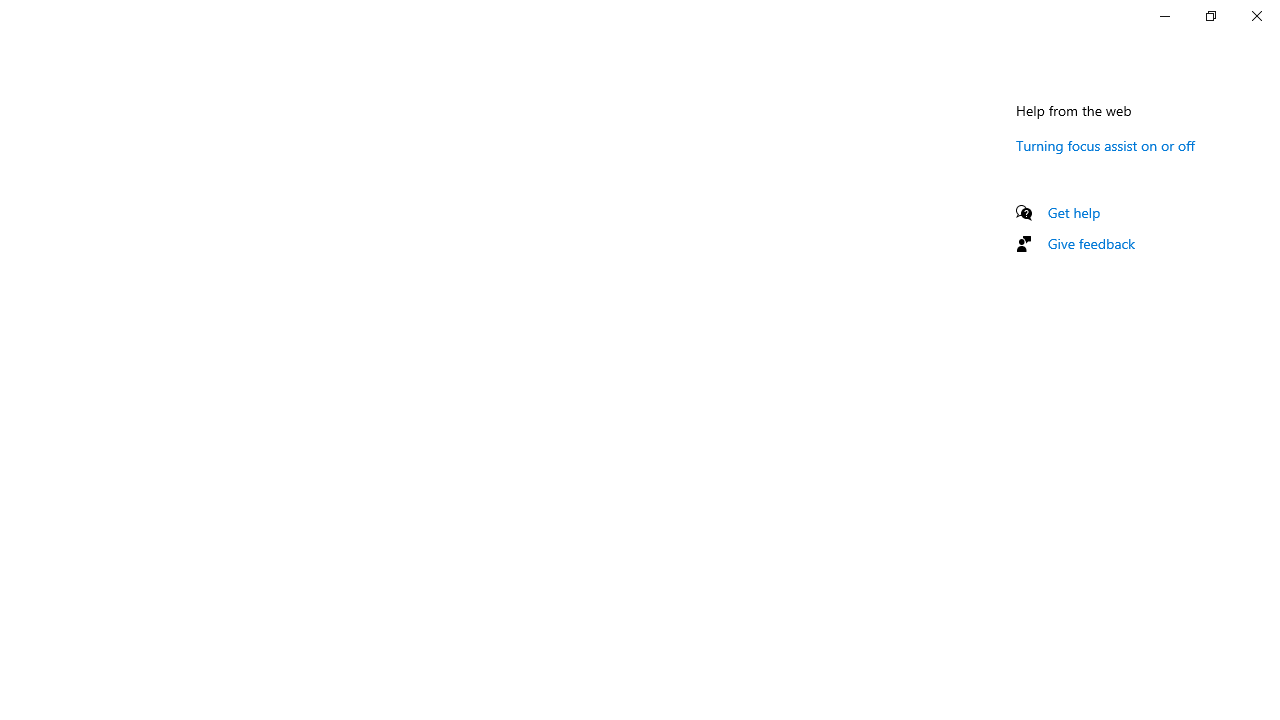 The height and width of the screenshot is (720, 1280). What do you see at coordinates (1090, 242) in the screenshot?
I see `'Give feedback'` at bounding box center [1090, 242].